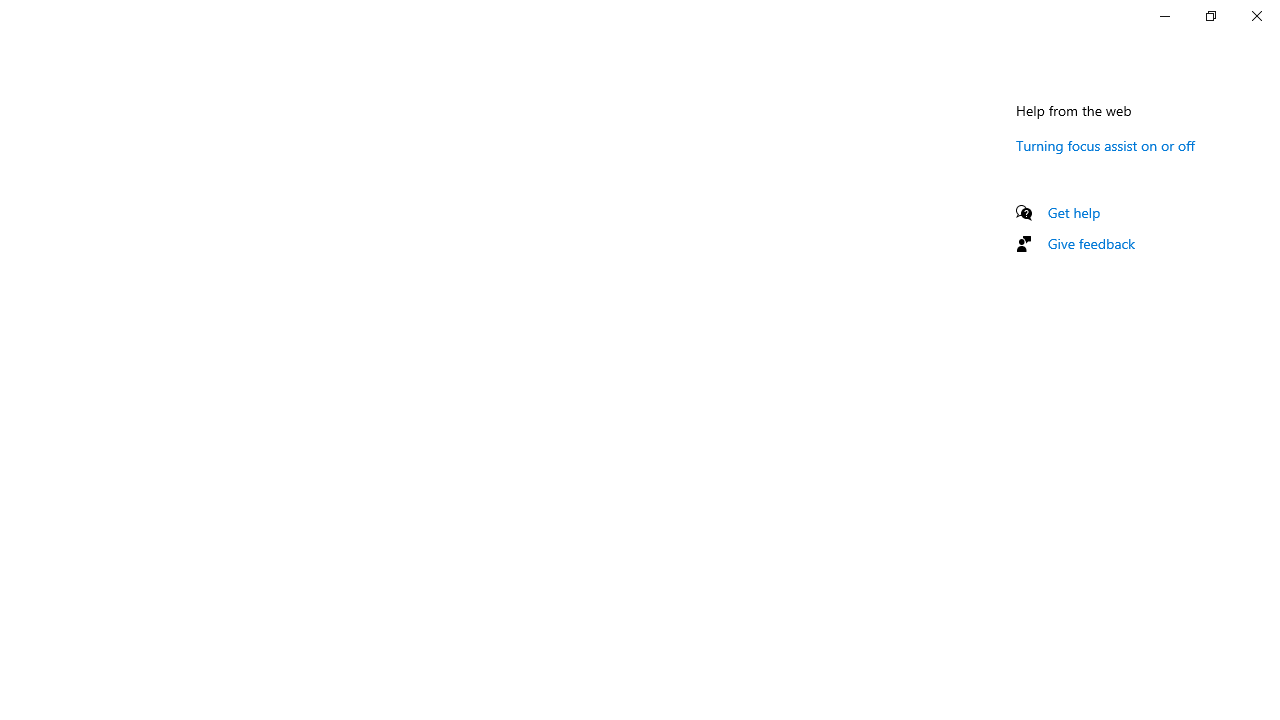 The height and width of the screenshot is (720, 1280). What do you see at coordinates (1090, 242) in the screenshot?
I see `'Give feedback'` at bounding box center [1090, 242].